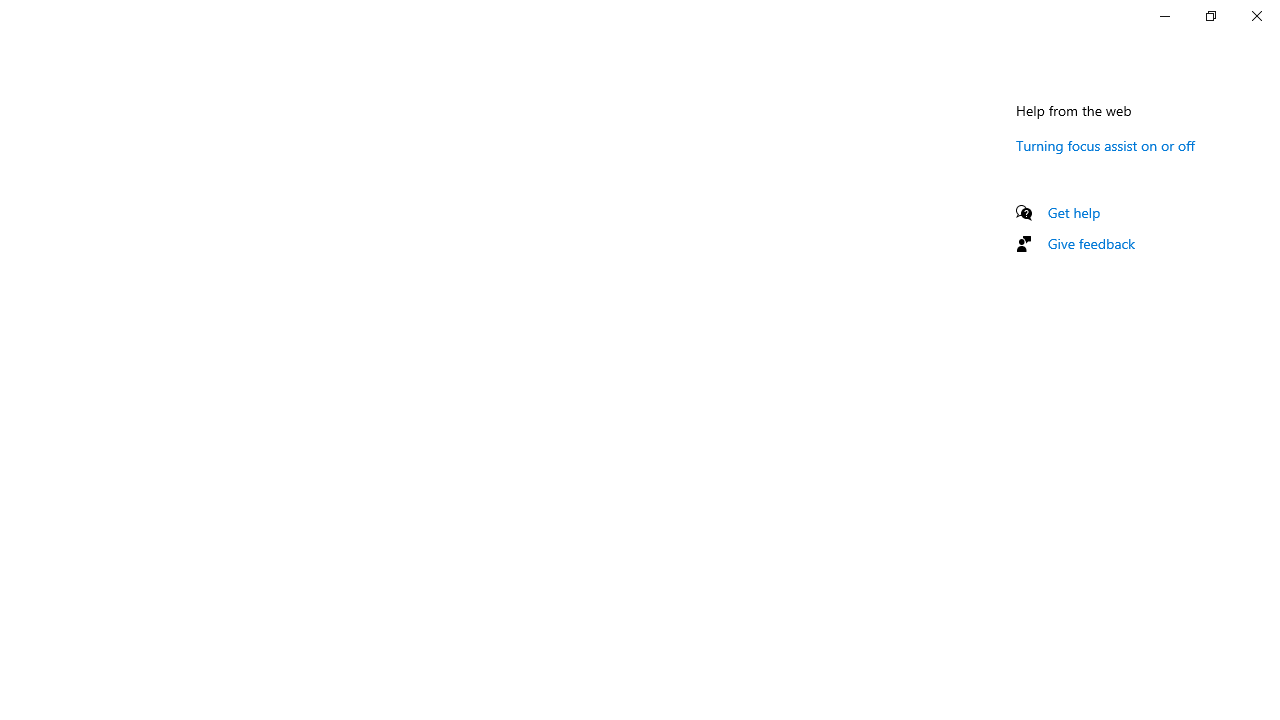 The height and width of the screenshot is (720, 1280). What do you see at coordinates (1090, 242) in the screenshot?
I see `'Give feedback'` at bounding box center [1090, 242].